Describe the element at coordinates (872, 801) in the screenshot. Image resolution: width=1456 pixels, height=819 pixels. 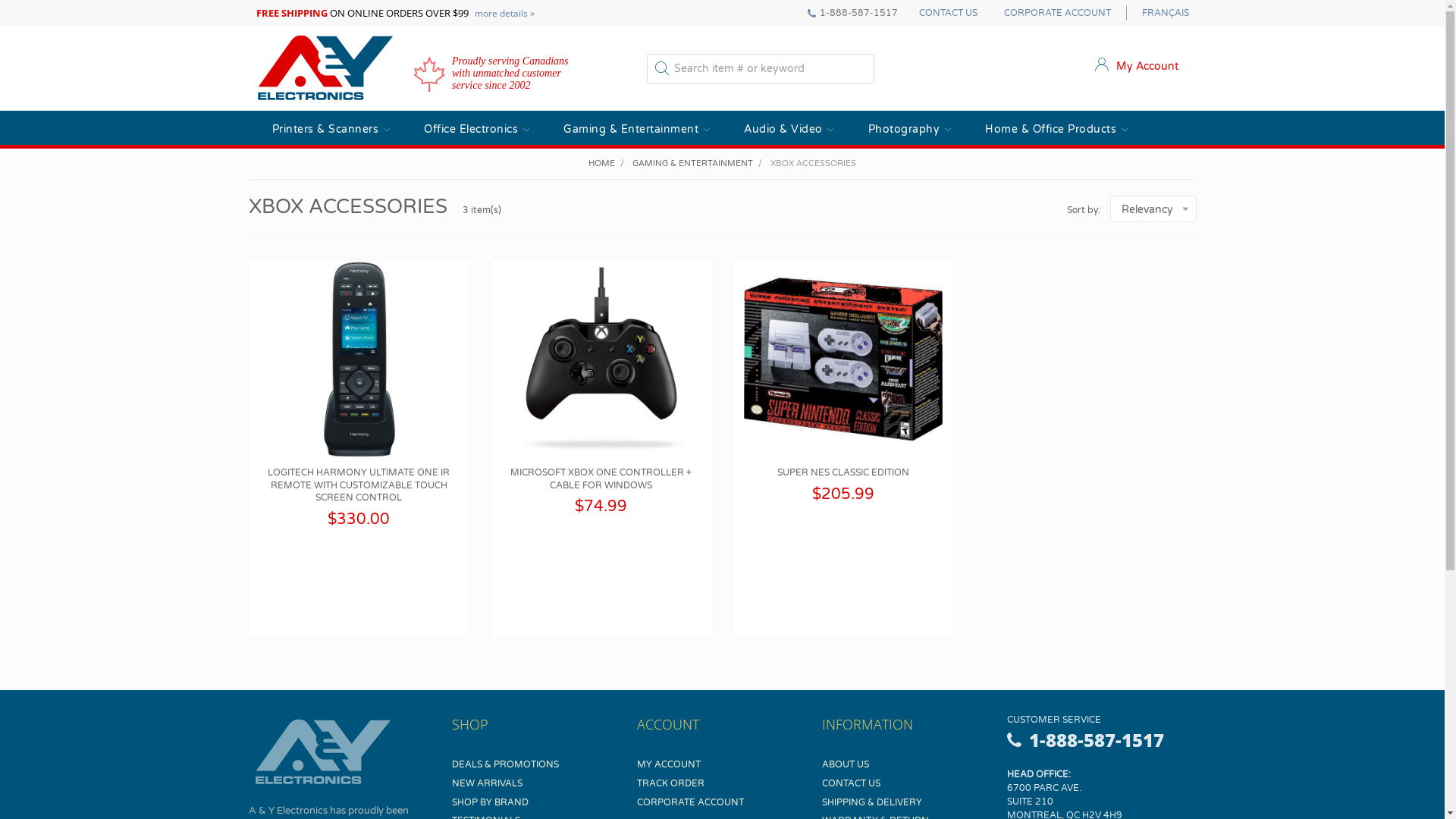
I see `'SHIPPING & DELIVERY'` at that location.